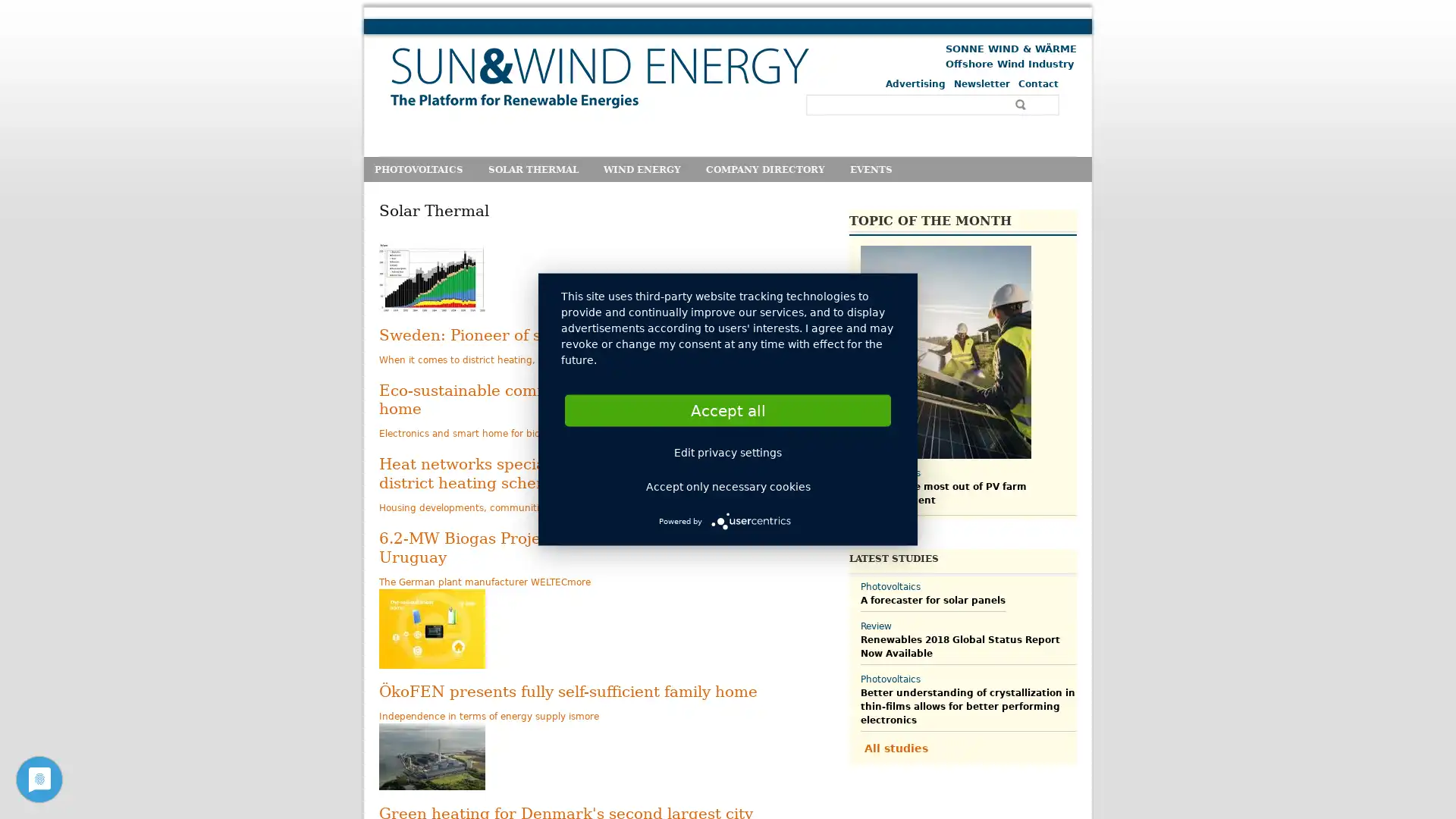 This screenshot has width=1456, height=819. I want to click on Accept, so click(728, 409).